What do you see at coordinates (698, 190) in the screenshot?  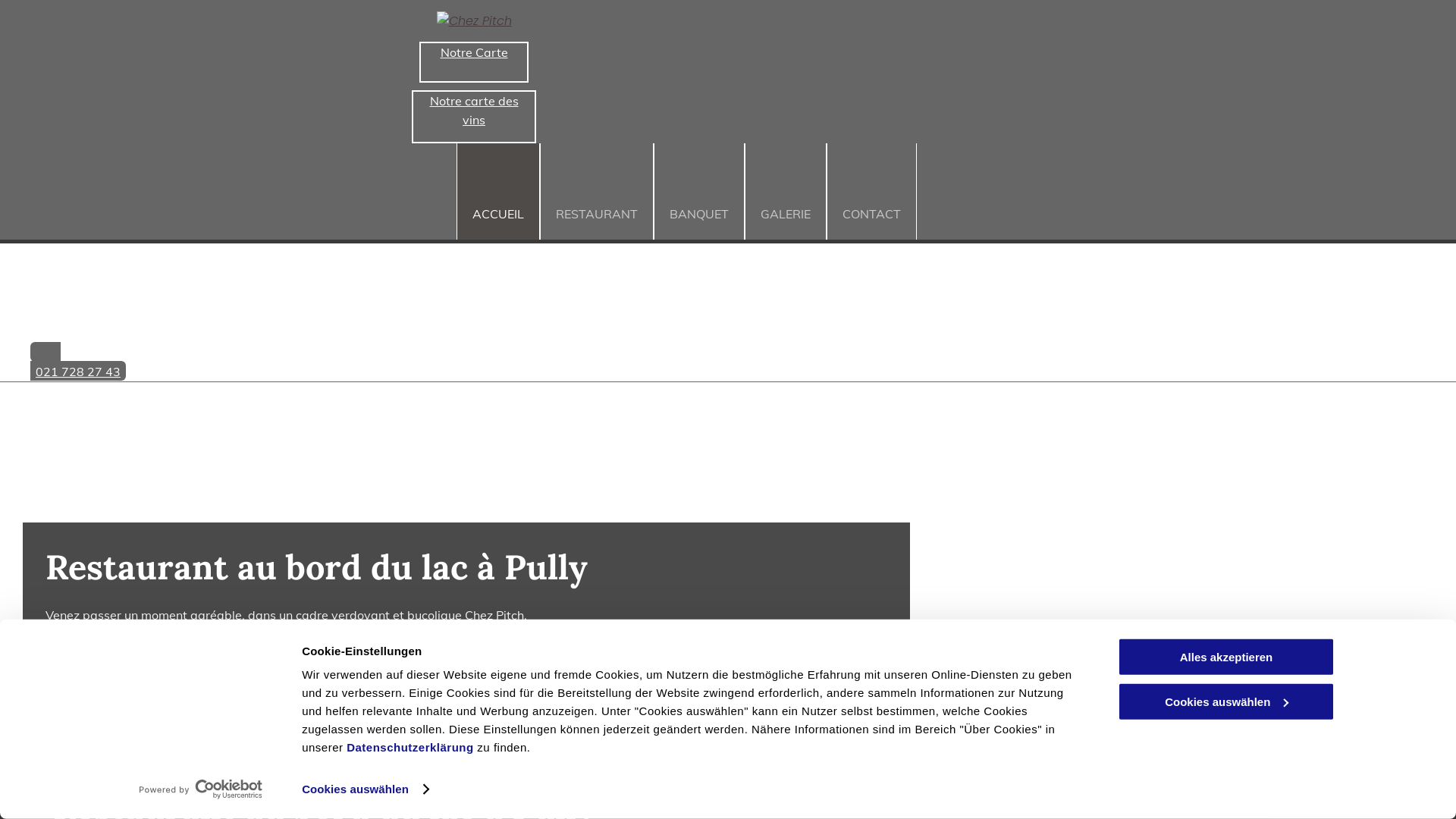 I see `'BANQUET'` at bounding box center [698, 190].